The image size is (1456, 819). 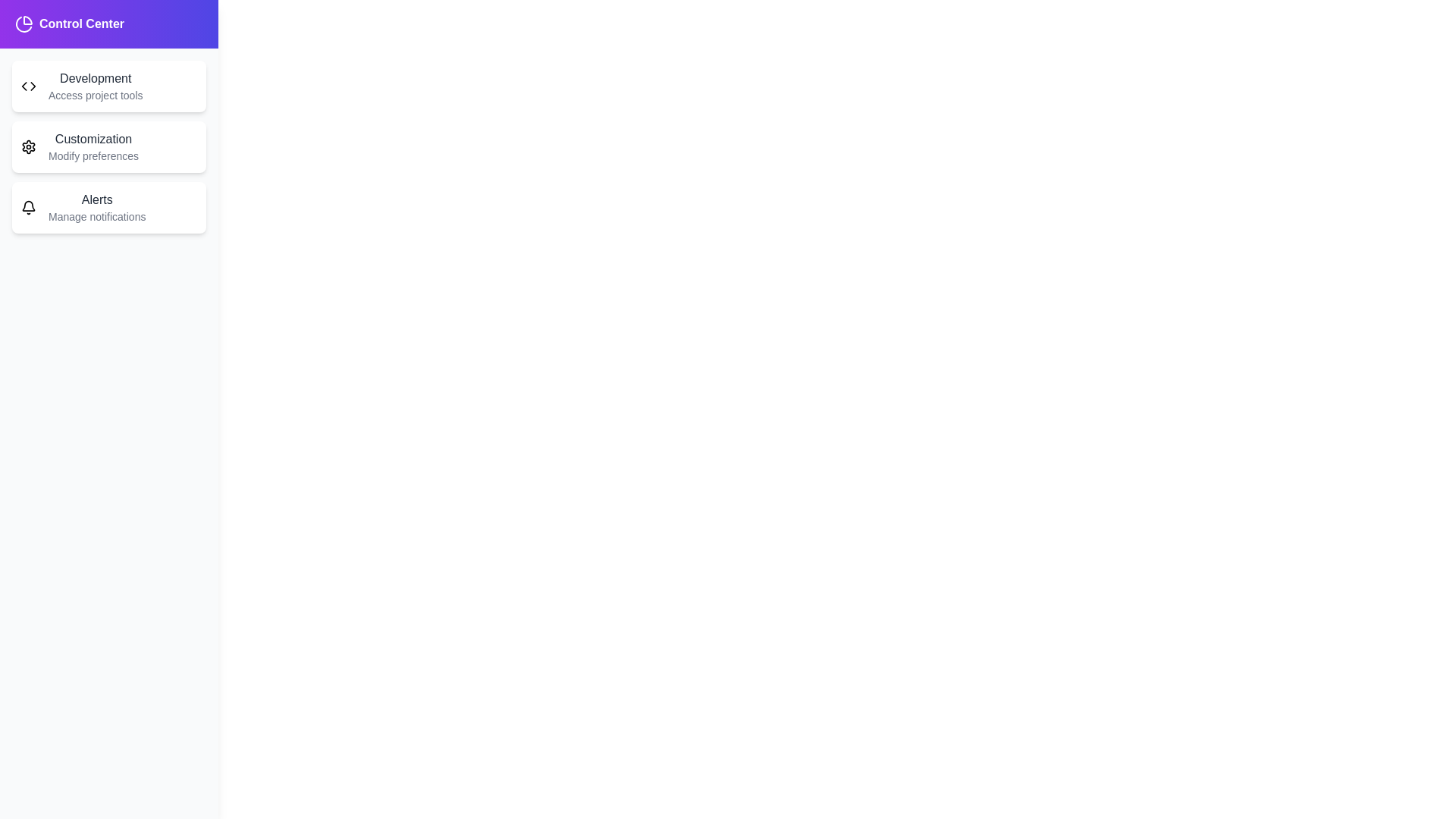 What do you see at coordinates (108, 207) in the screenshot?
I see `the menu item Alerts in the drawer` at bounding box center [108, 207].